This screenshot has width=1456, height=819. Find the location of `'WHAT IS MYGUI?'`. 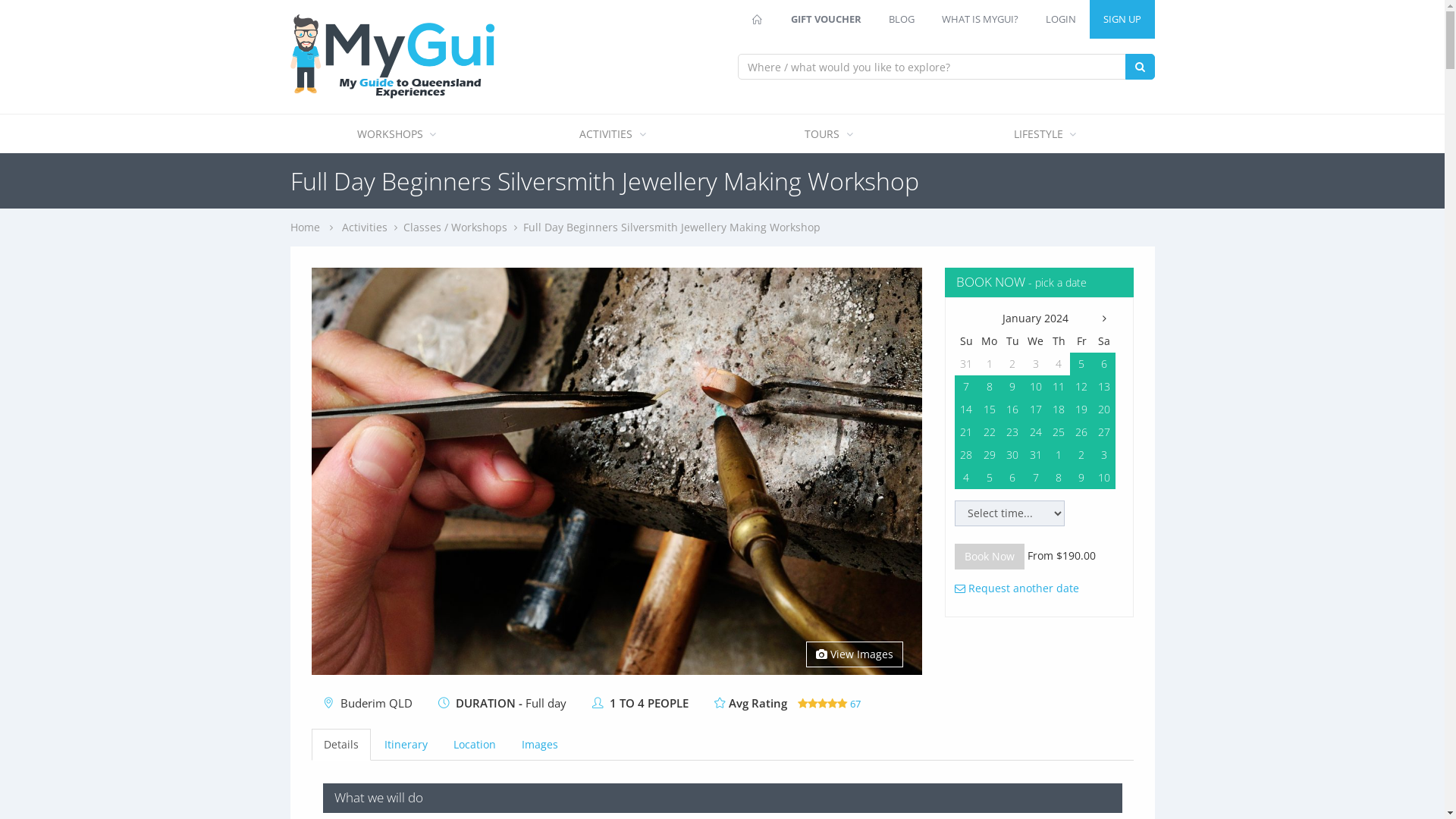

'WHAT IS MYGUI?' is located at coordinates (980, 19).